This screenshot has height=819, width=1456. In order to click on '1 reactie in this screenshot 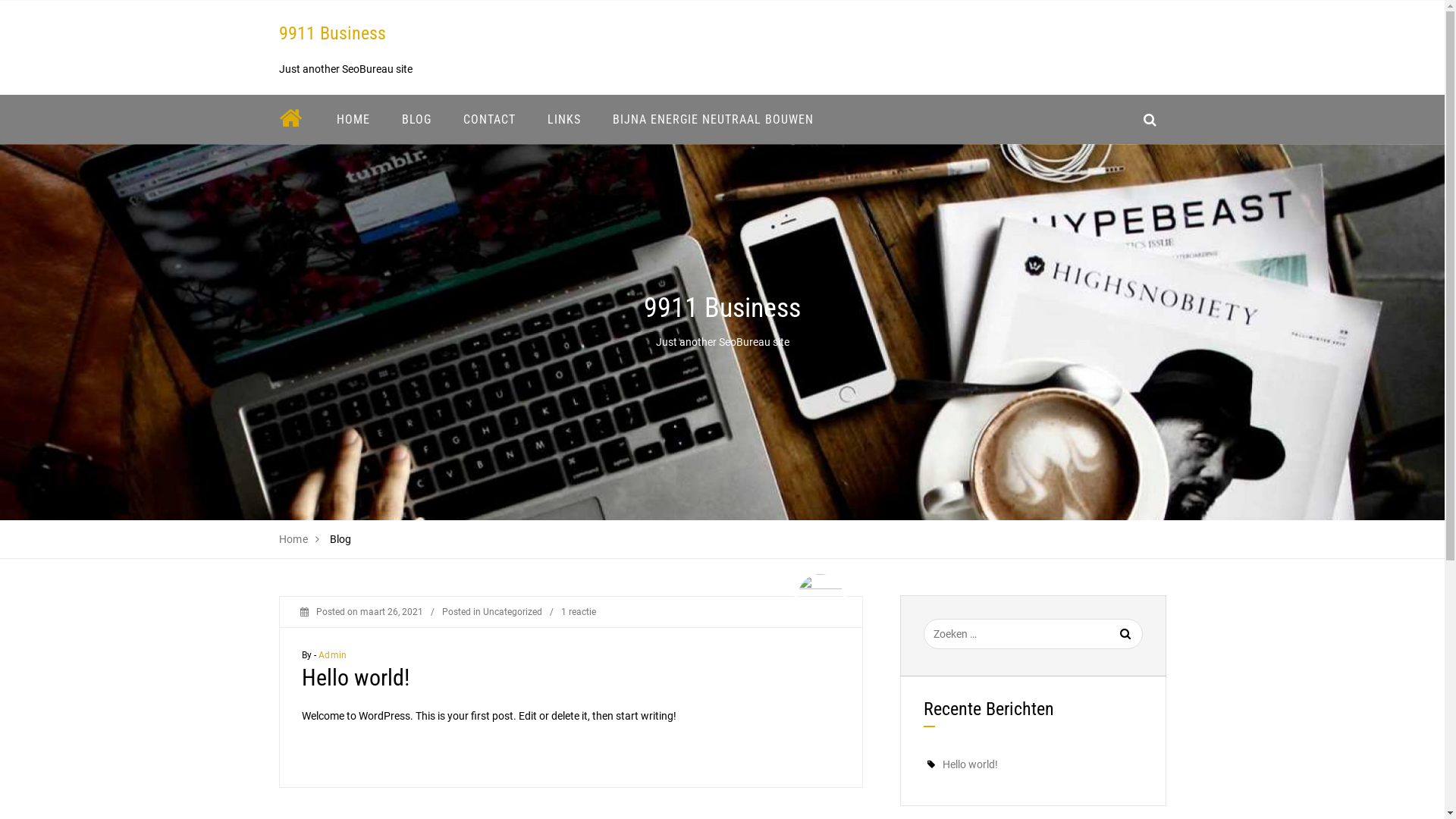, I will do `click(578, 610)`.